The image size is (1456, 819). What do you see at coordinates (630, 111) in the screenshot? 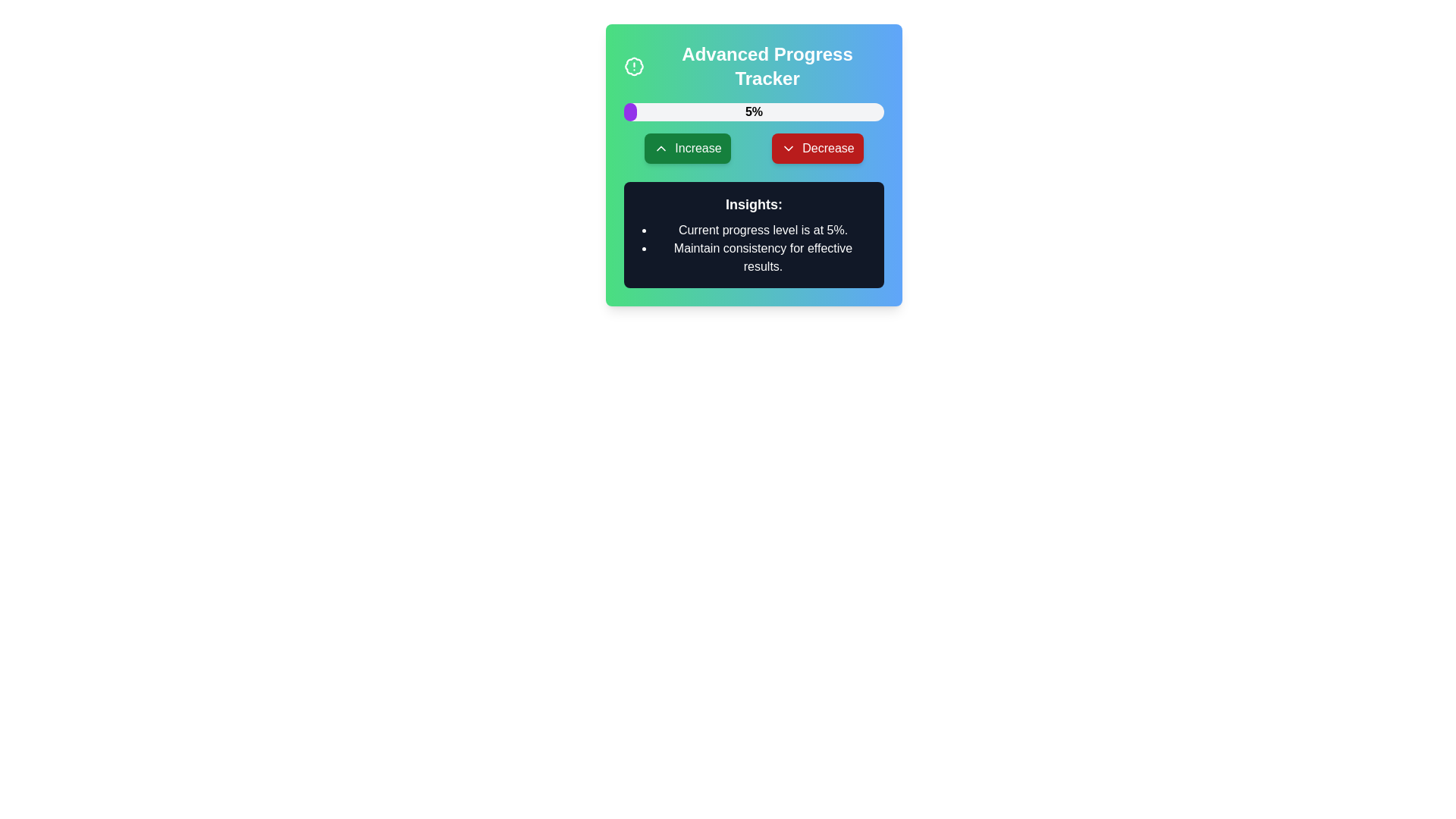
I see `the leftmost 5% of the progress bar indicator that visually represents the current progress level of 5%, located below the 'Advanced Progress Tracker' title` at bounding box center [630, 111].